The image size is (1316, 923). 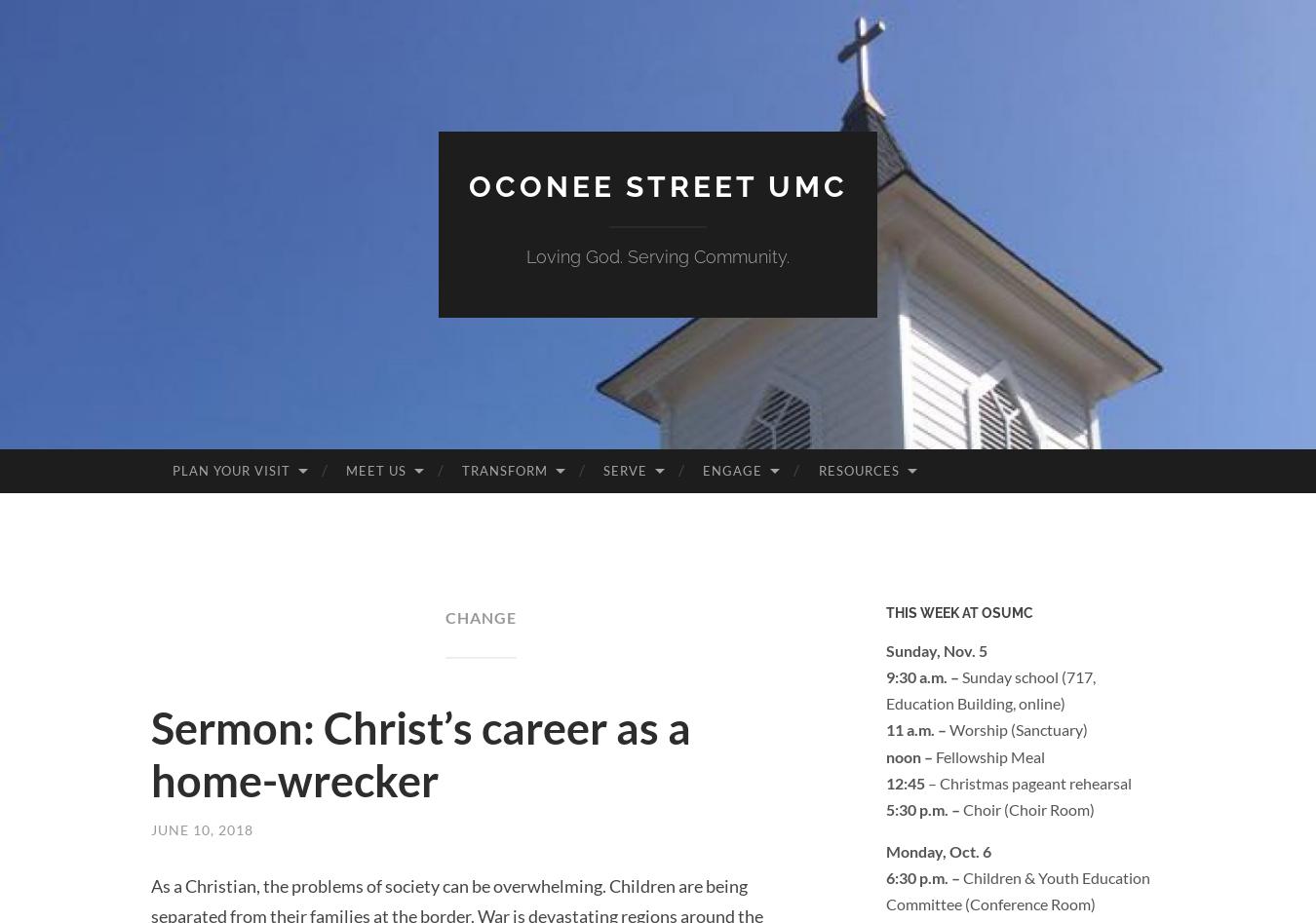 I want to click on 'noon –', so click(x=910, y=755).